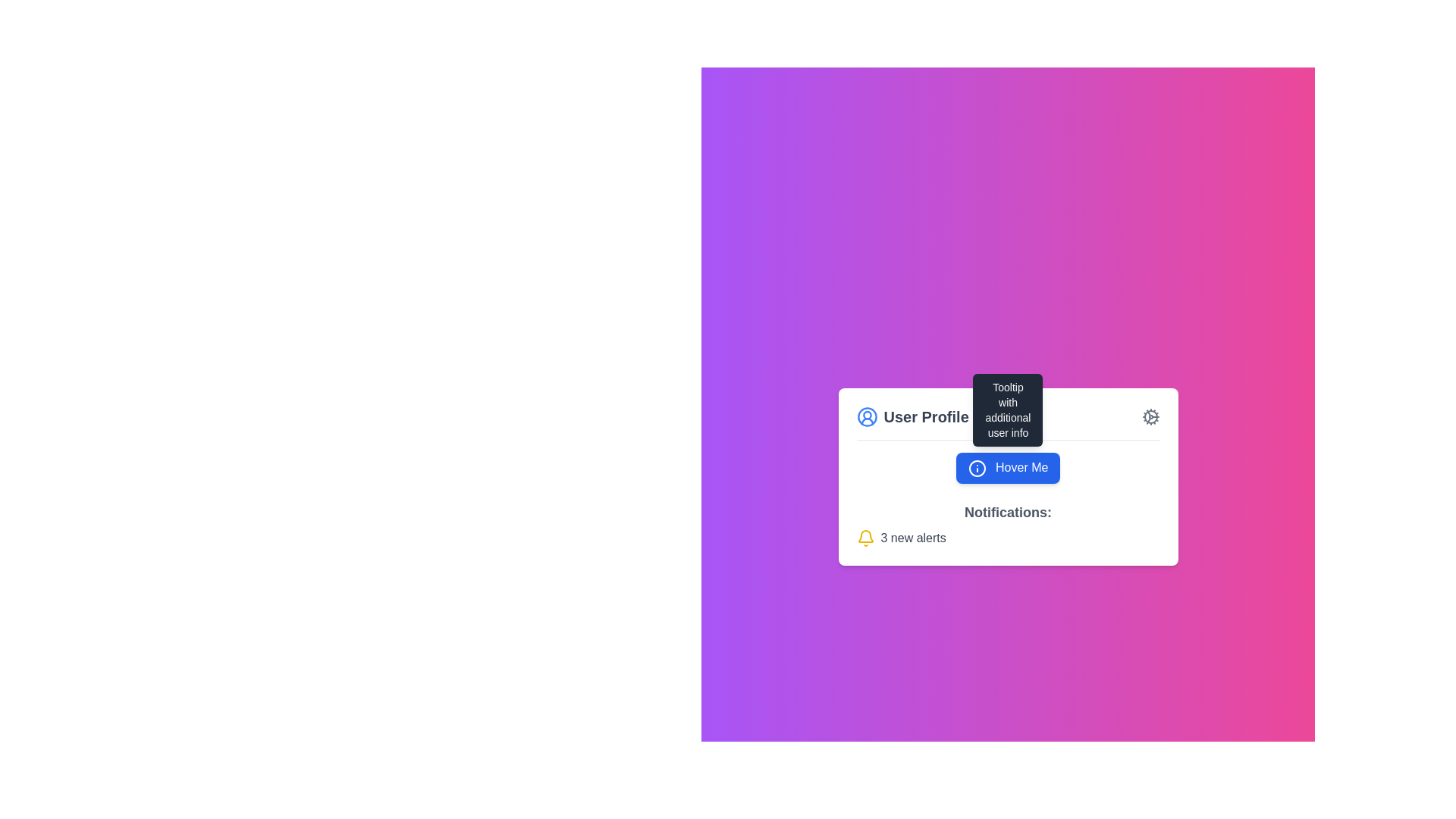 This screenshot has height=819, width=1456. What do you see at coordinates (867, 417) in the screenshot?
I see `the circular user profile icon with a blue outline, located to the left of the 'User Profile' title` at bounding box center [867, 417].